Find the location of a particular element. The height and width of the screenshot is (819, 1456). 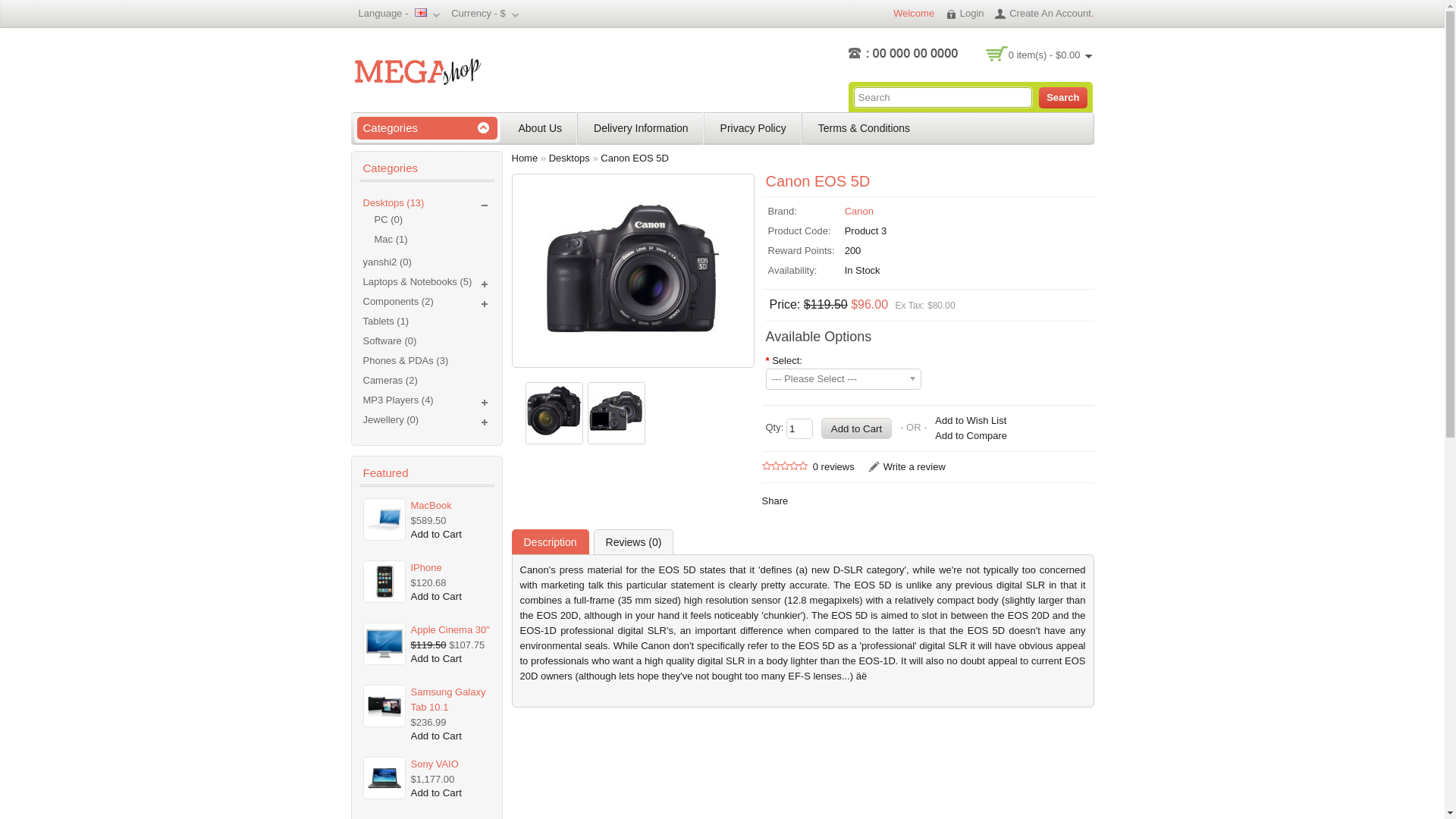

'PC (0)' is located at coordinates (431, 219).